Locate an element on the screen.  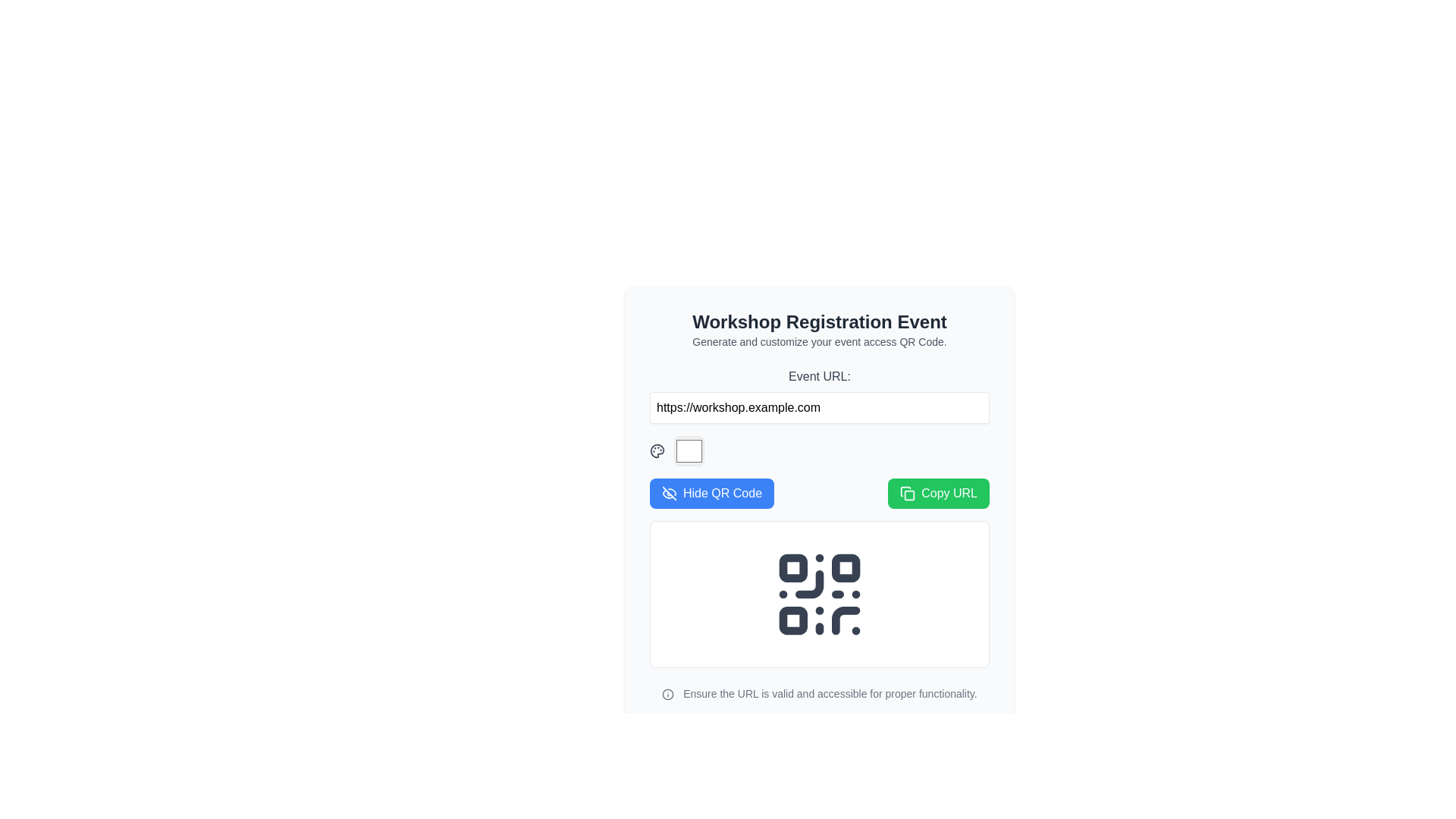
the informational text element that reads 'Ensure the URL is valid and accessible for proper functionality.' which is styled with a small gray font and accompanied by a circular 'i' icon, located at the bottom of the 'Workshop Registration Event' card area is located at coordinates (818, 693).